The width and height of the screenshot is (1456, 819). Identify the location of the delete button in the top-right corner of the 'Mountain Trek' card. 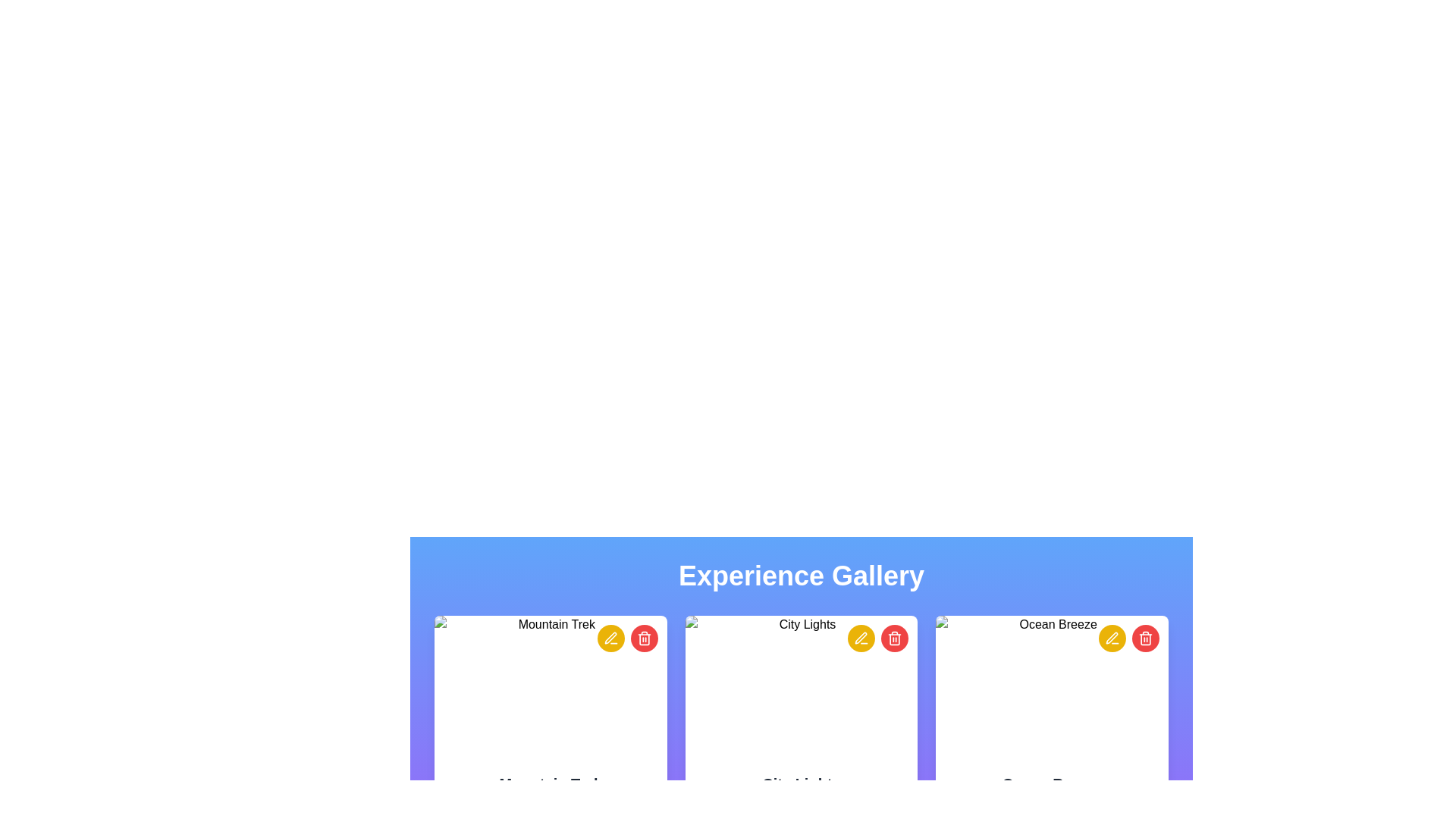
(644, 638).